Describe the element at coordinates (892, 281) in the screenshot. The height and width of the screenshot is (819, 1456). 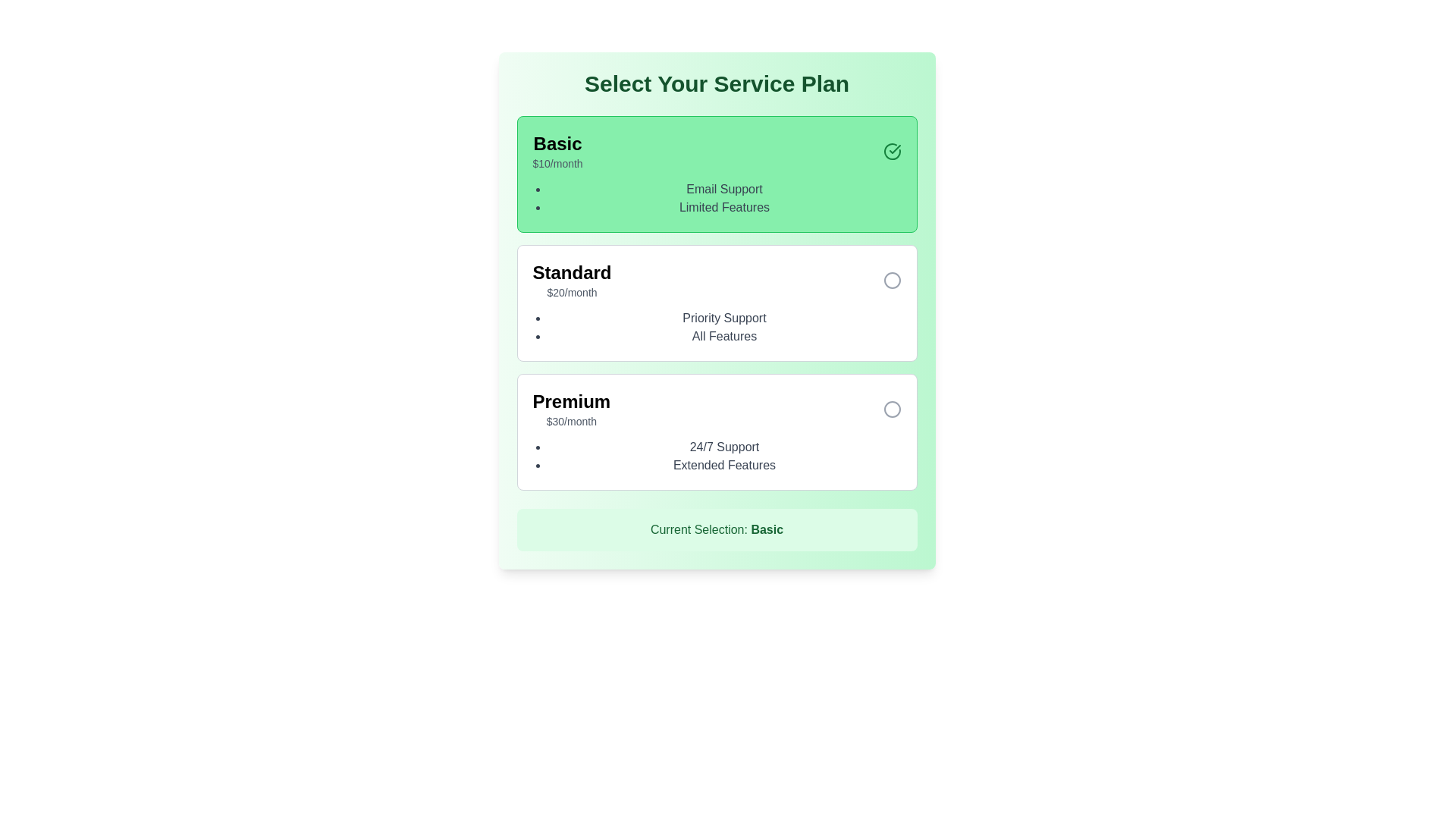
I see `the SVG circle graphic that represents the selection or deselection state of the 'Standard' service plan` at that location.